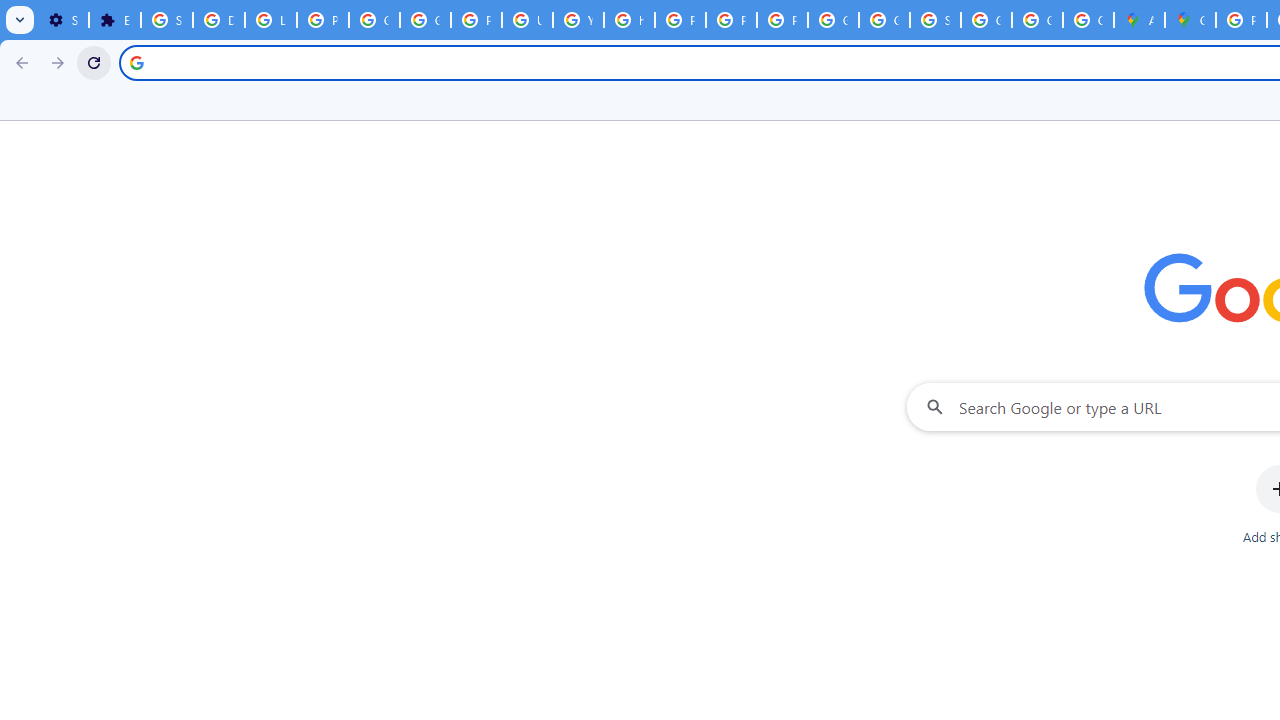 The image size is (1280, 720). Describe the element at coordinates (218, 20) in the screenshot. I see `'Delete photos & videos - Computer - Google Photos Help'` at that location.